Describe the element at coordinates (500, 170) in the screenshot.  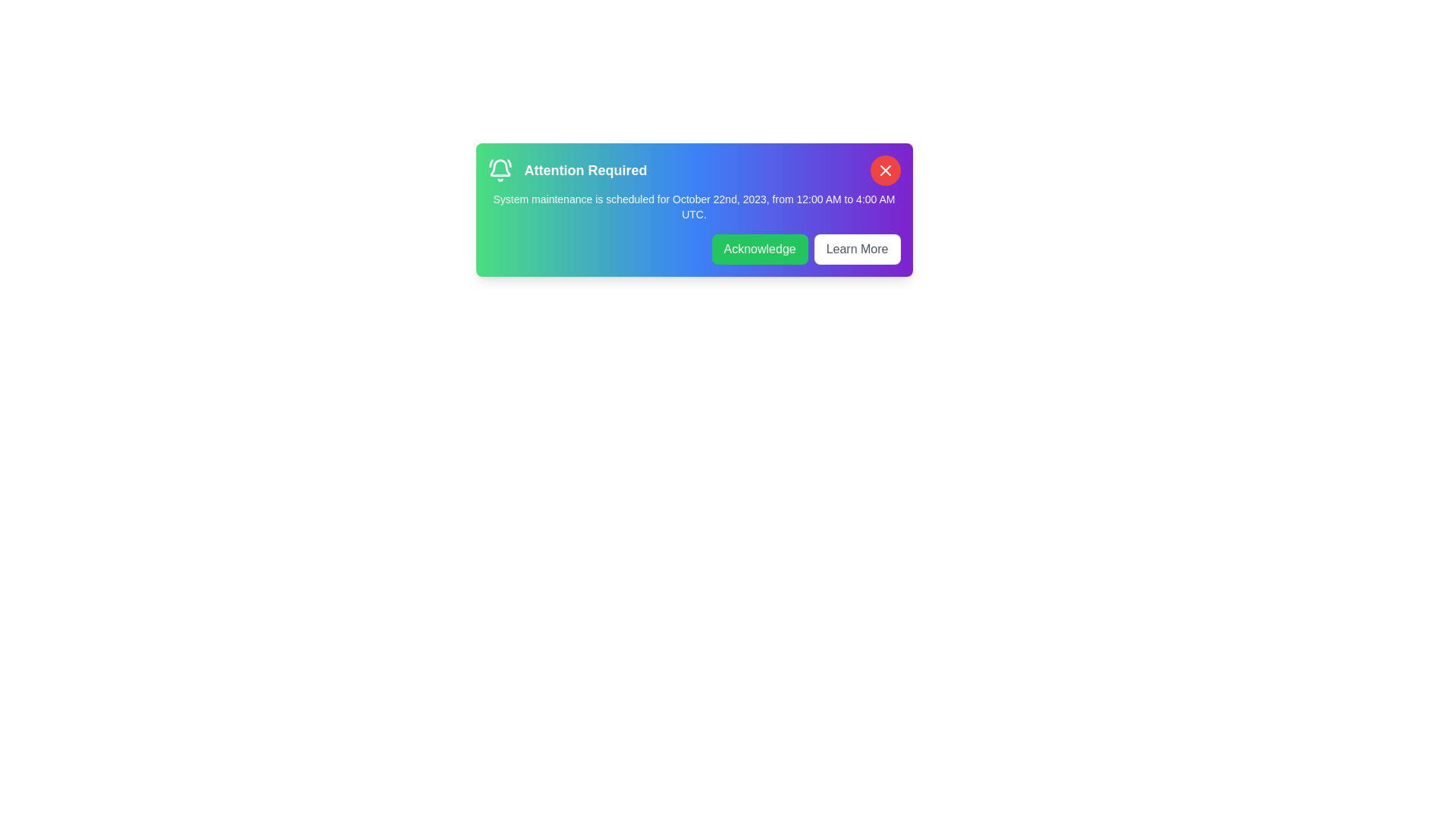
I see `the bell icon to interact with it` at that location.